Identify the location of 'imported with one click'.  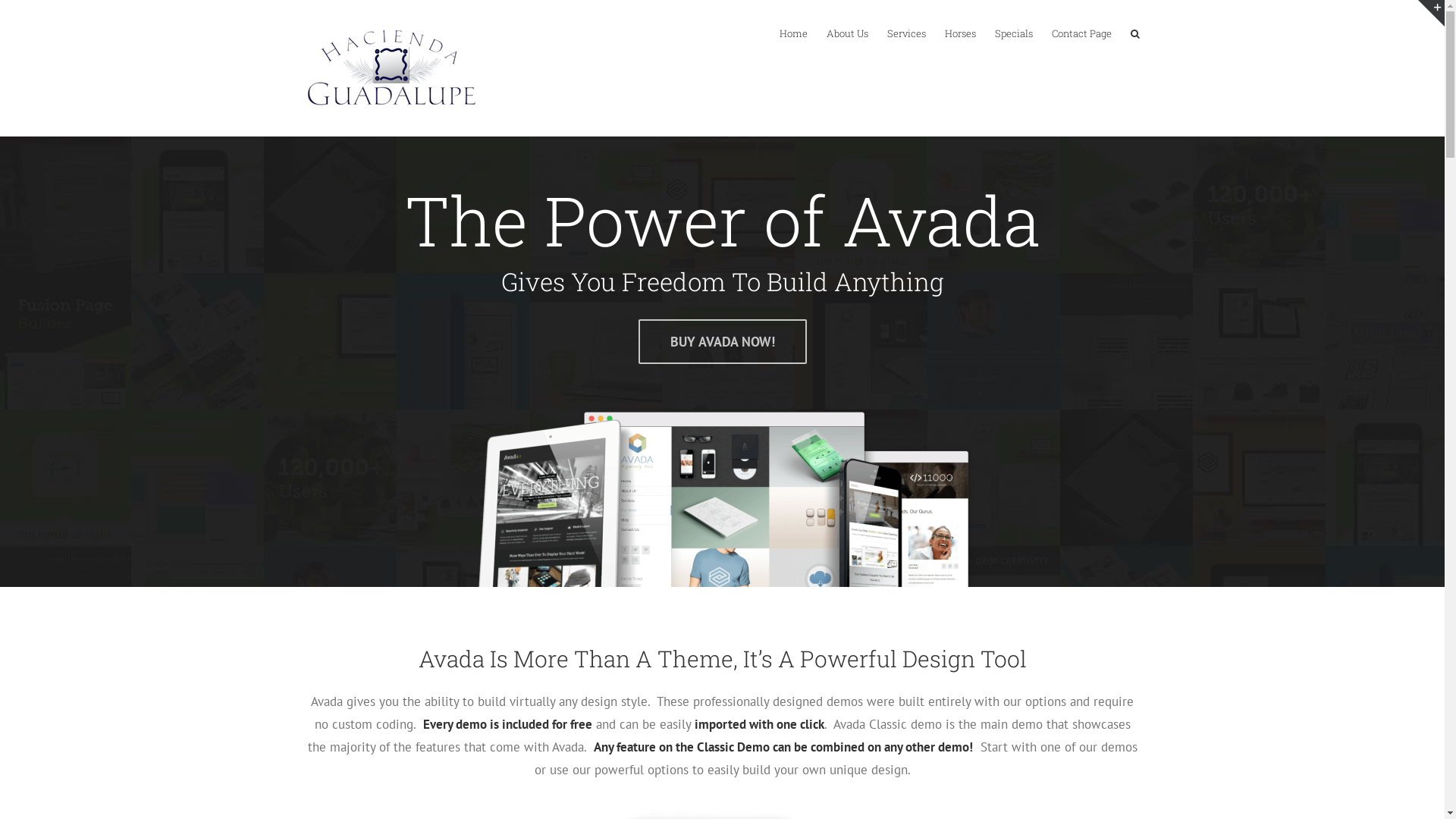
(759, 723).